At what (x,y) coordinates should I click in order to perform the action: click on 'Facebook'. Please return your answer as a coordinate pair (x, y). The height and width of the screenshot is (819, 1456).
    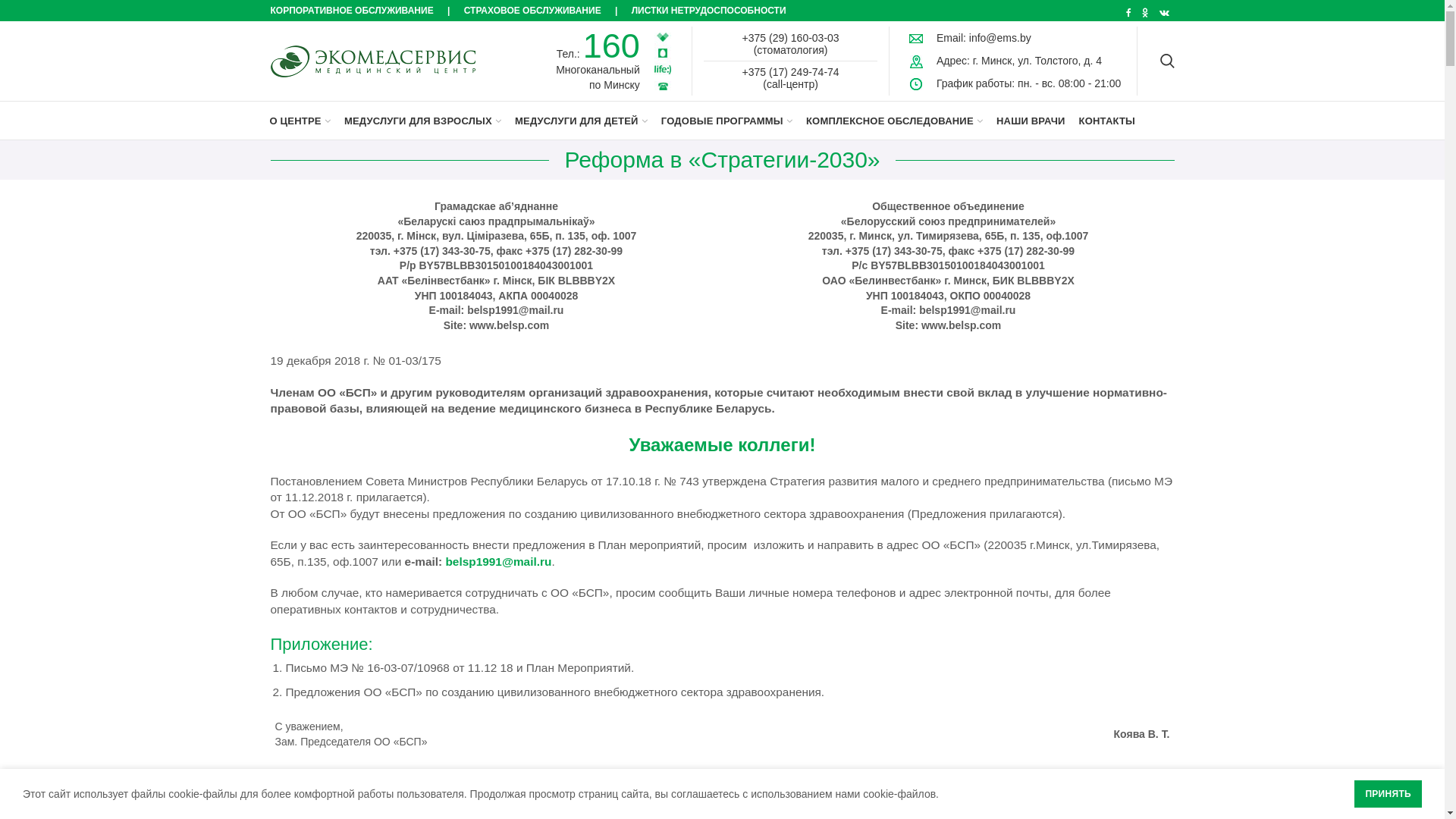
    Looking at the image, I should click on (1121, 12).